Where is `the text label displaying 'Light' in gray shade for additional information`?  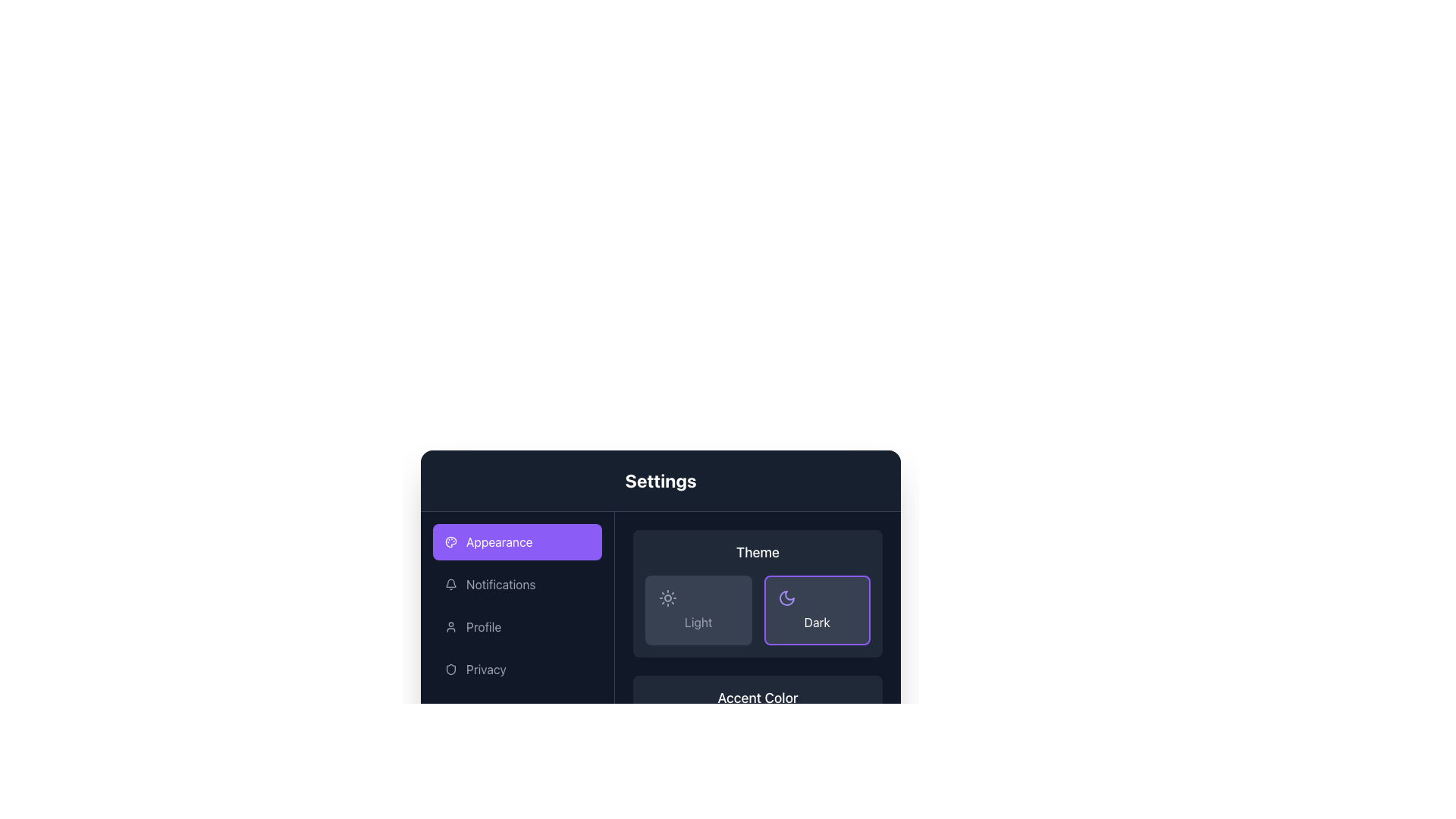 the text label displaying 'Light' in gray shade for additional information is located at coordinates (698, 623).